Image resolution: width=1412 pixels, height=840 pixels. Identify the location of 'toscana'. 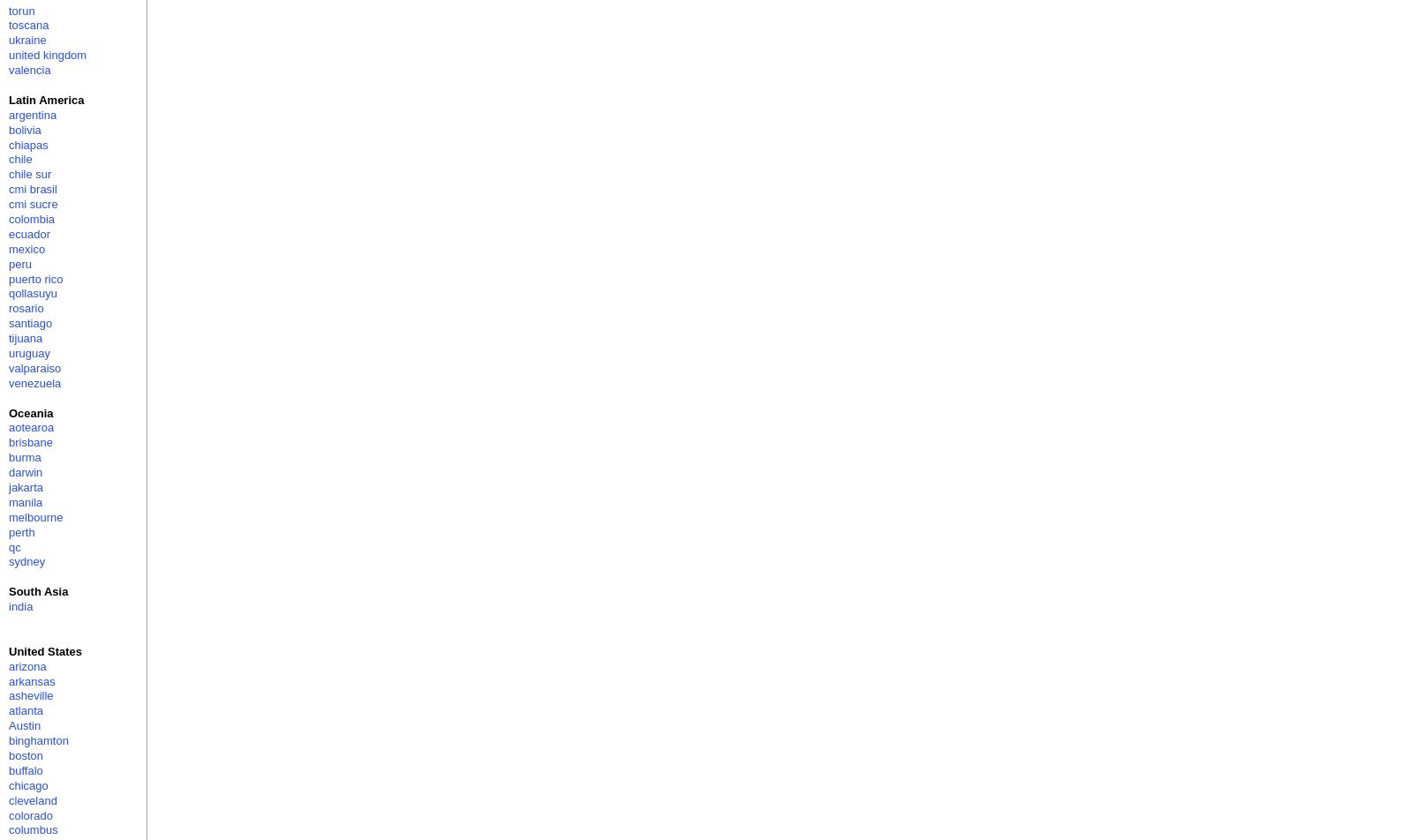
(27, 25).